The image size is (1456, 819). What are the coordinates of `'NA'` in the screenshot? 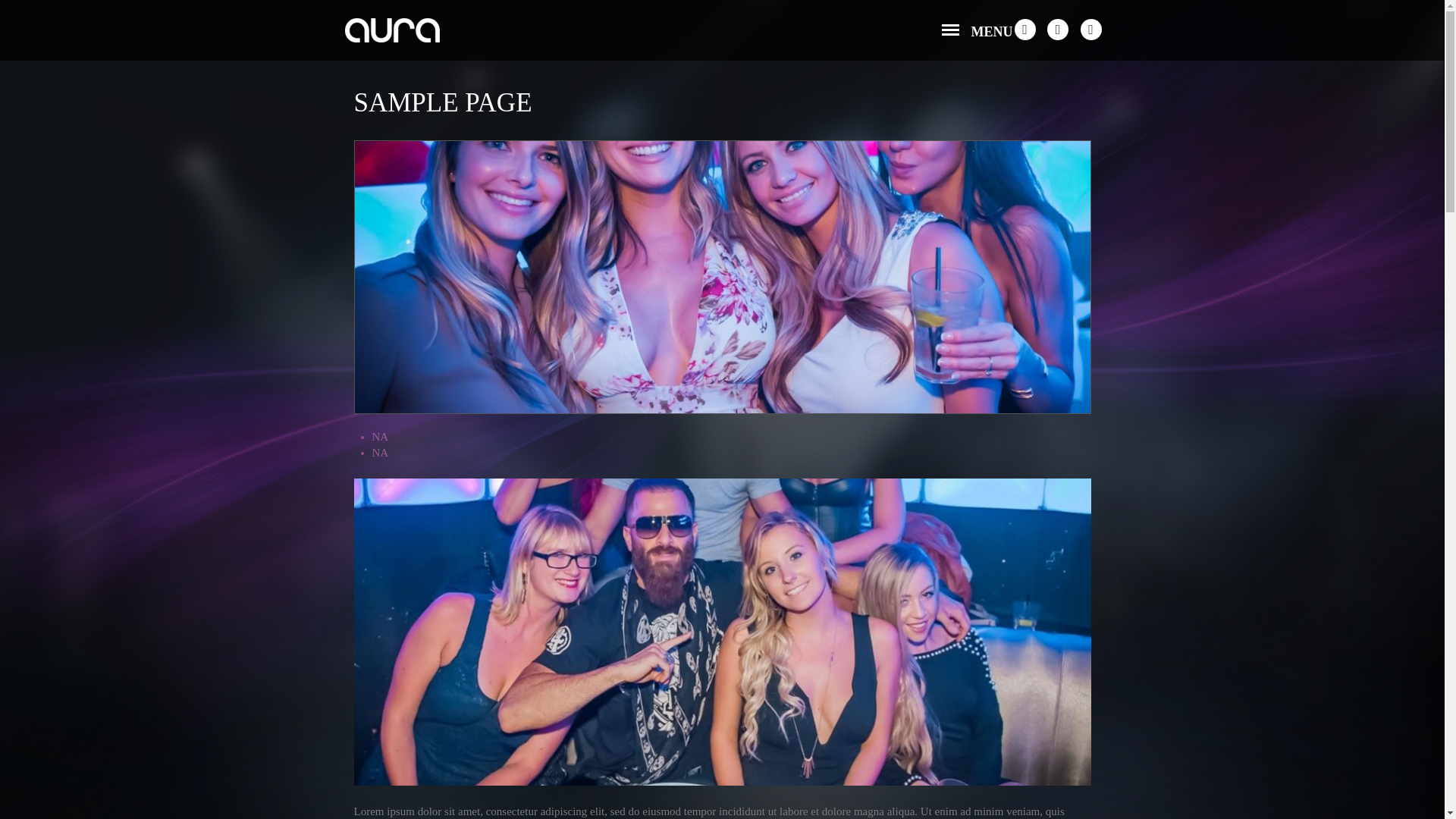 It's located at (379, 451).